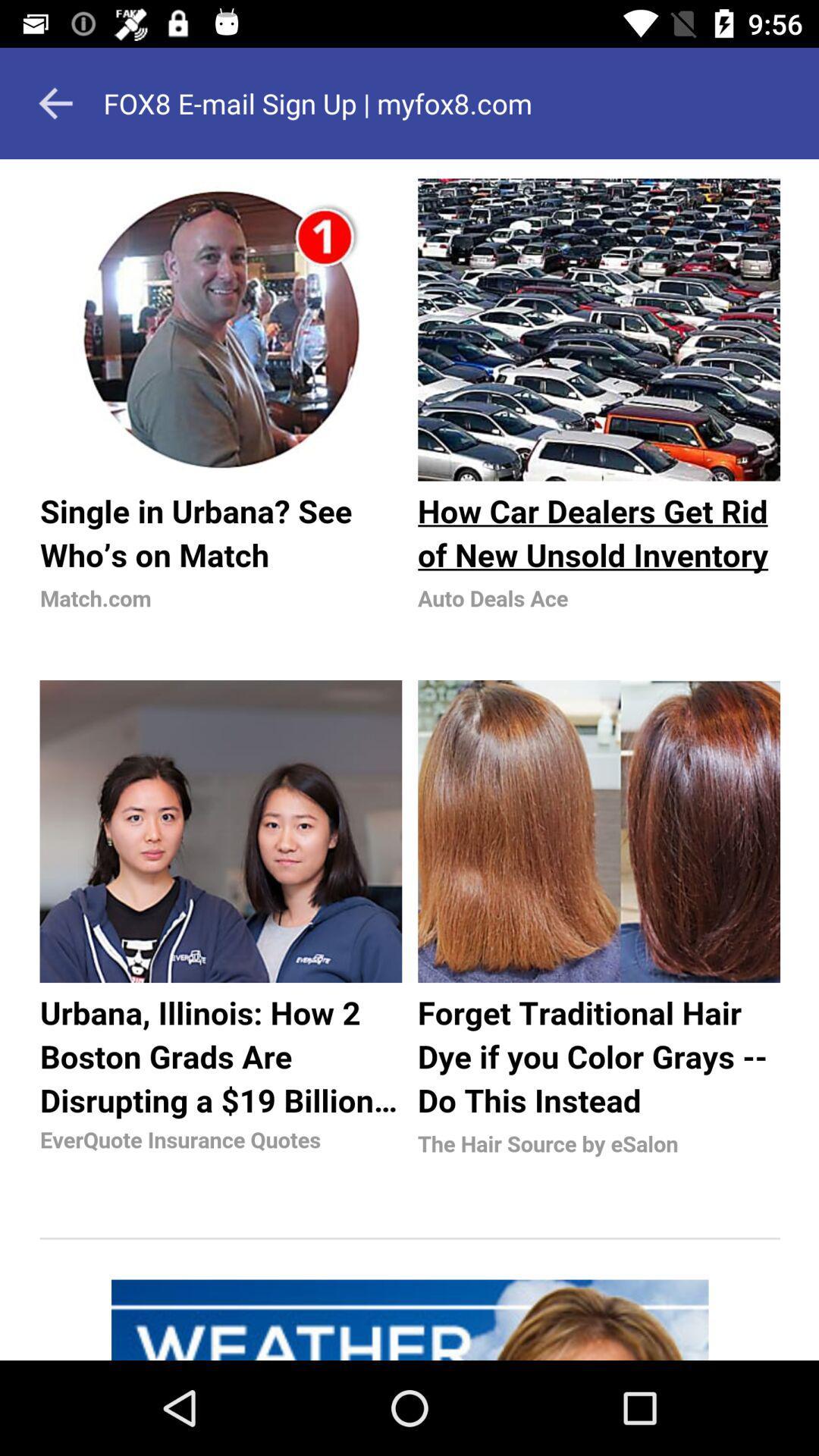 Image resolution: width=819 pixels, height=1456 pixels. Describe the element at coordinates (409, 760) in the screenshot. I see `article` at that location.